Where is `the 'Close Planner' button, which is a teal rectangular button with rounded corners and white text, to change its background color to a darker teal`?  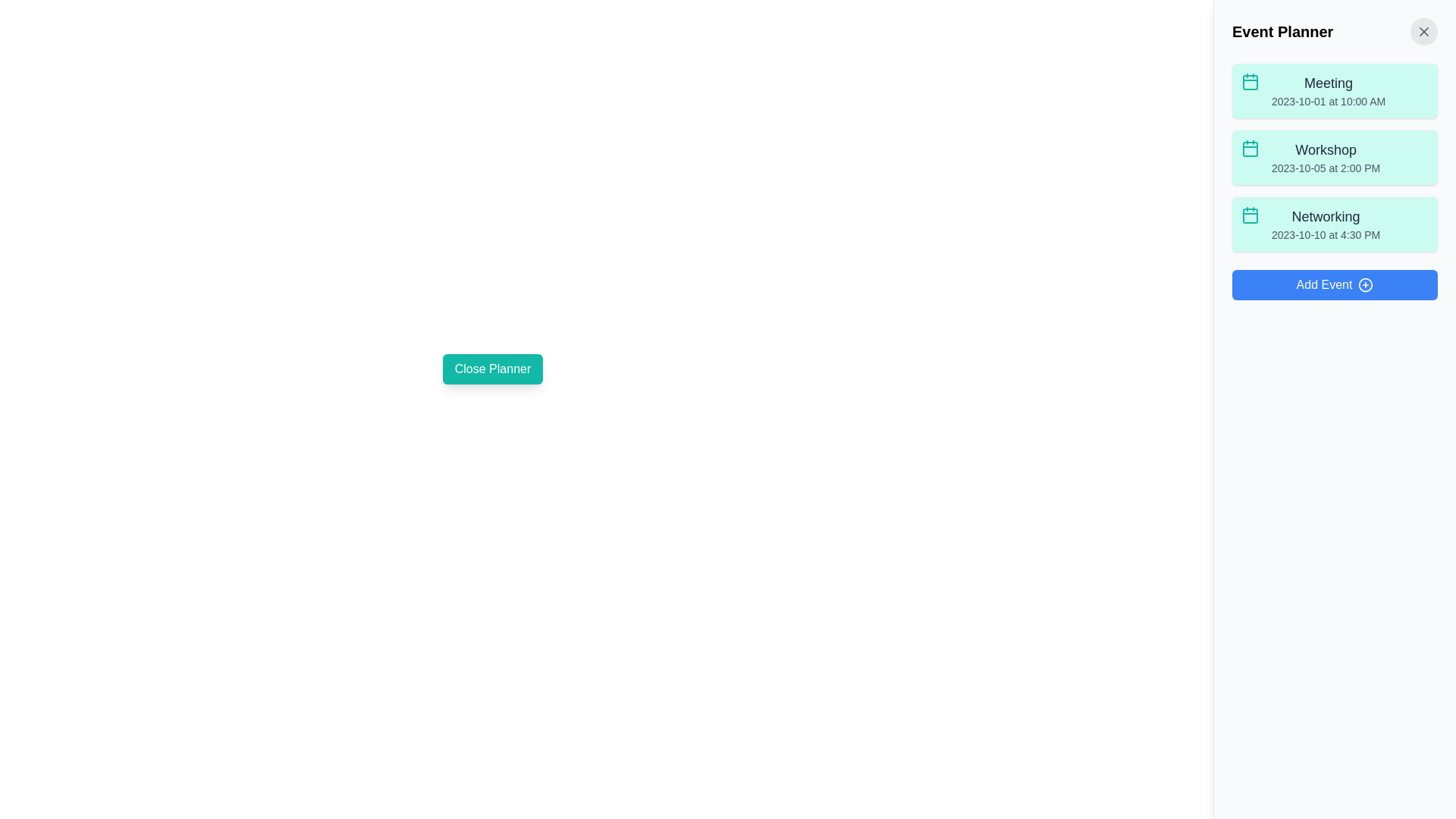 the 'Close Planner' button, which is a teal rectangular button with rounded corners and white text, to change its background color to a darker teal is located at coordinates (492, 369).